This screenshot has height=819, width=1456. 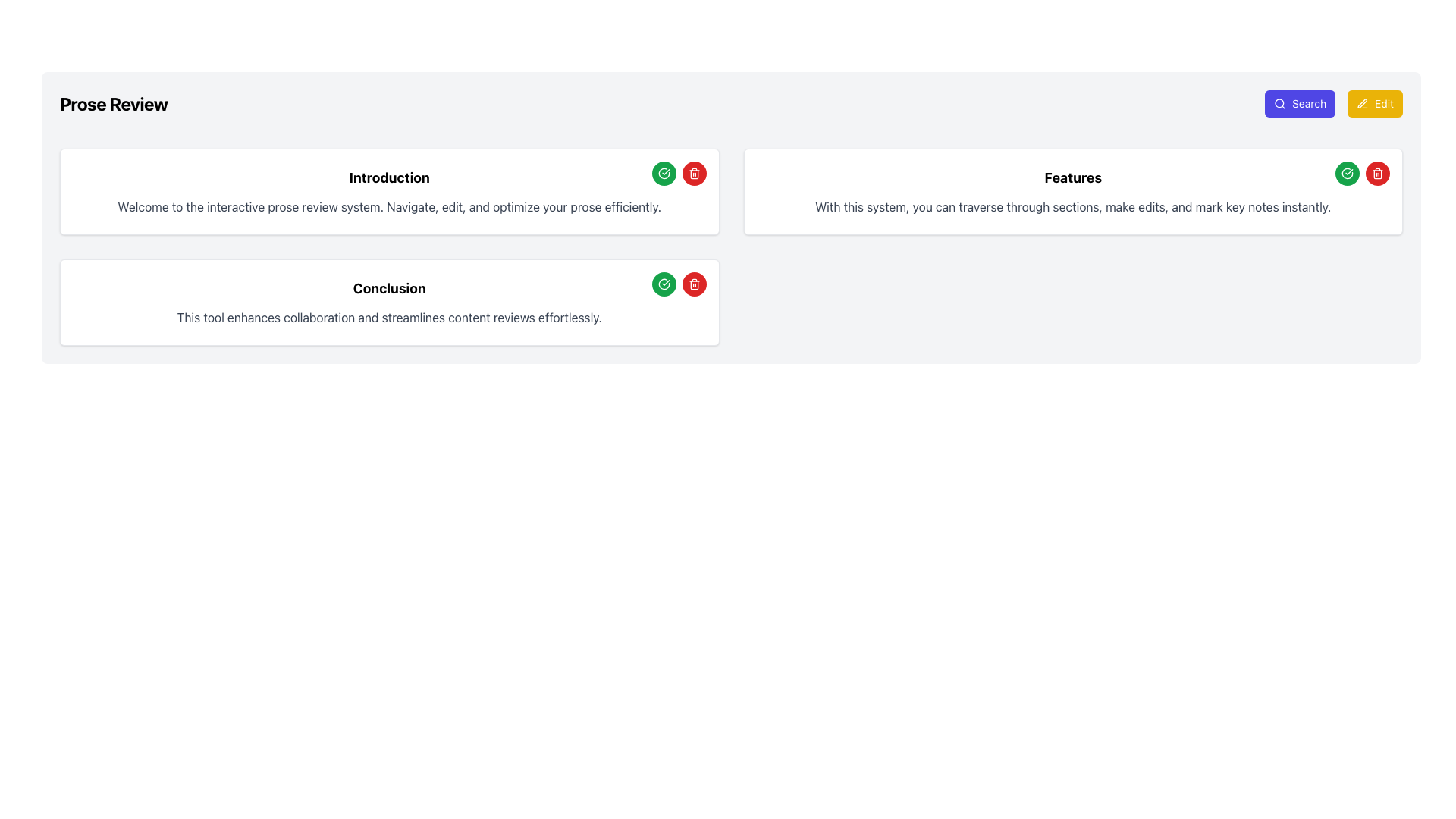 I want to click on description text block located directly below the heading in the 'Conclusion' section, which provides additional information in a concise manner, so click(x=389, y=317).